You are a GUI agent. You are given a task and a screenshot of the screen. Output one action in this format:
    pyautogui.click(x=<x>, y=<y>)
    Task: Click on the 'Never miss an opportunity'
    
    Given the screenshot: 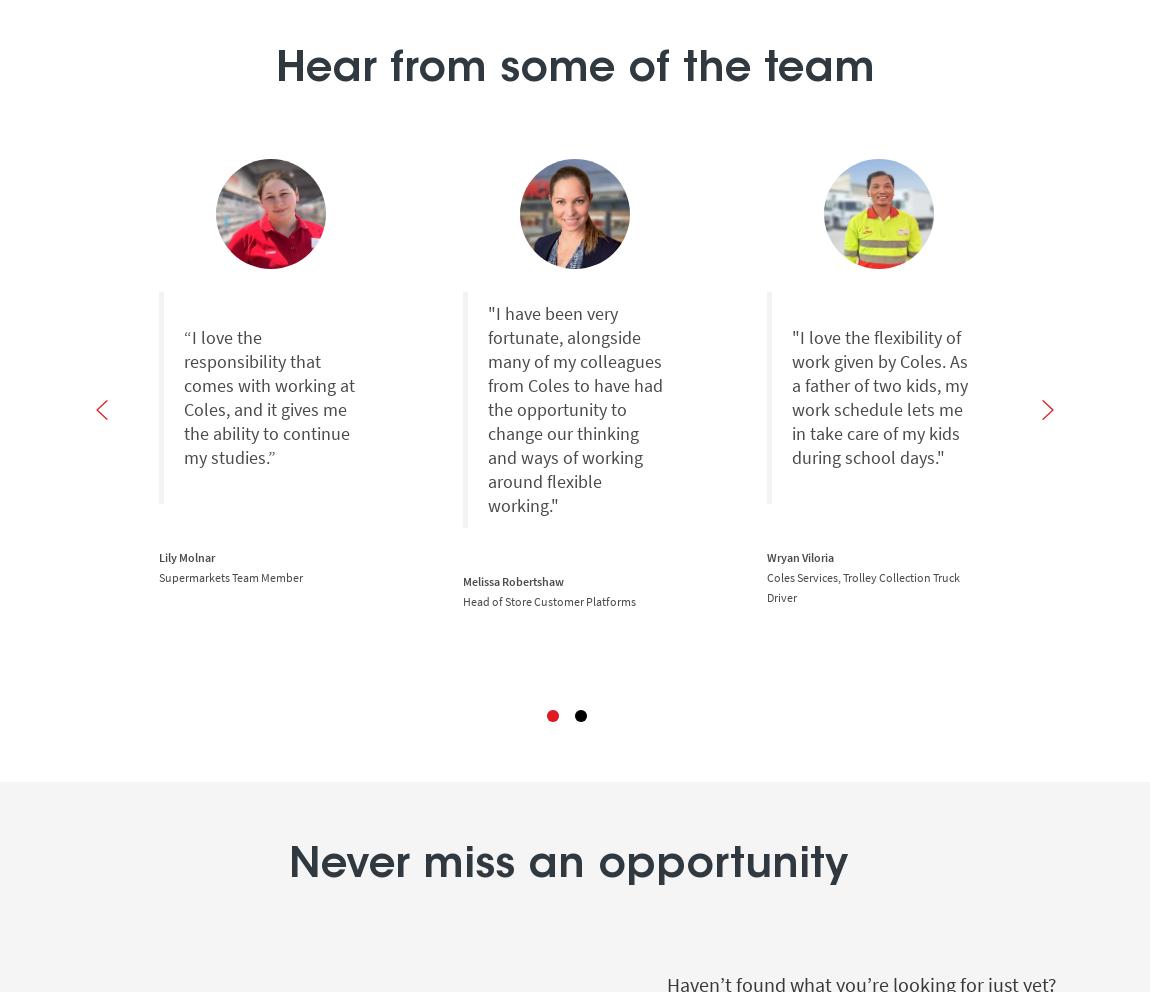 What is the action you would take?
    pyautogui.click(x=575, y=866)
    